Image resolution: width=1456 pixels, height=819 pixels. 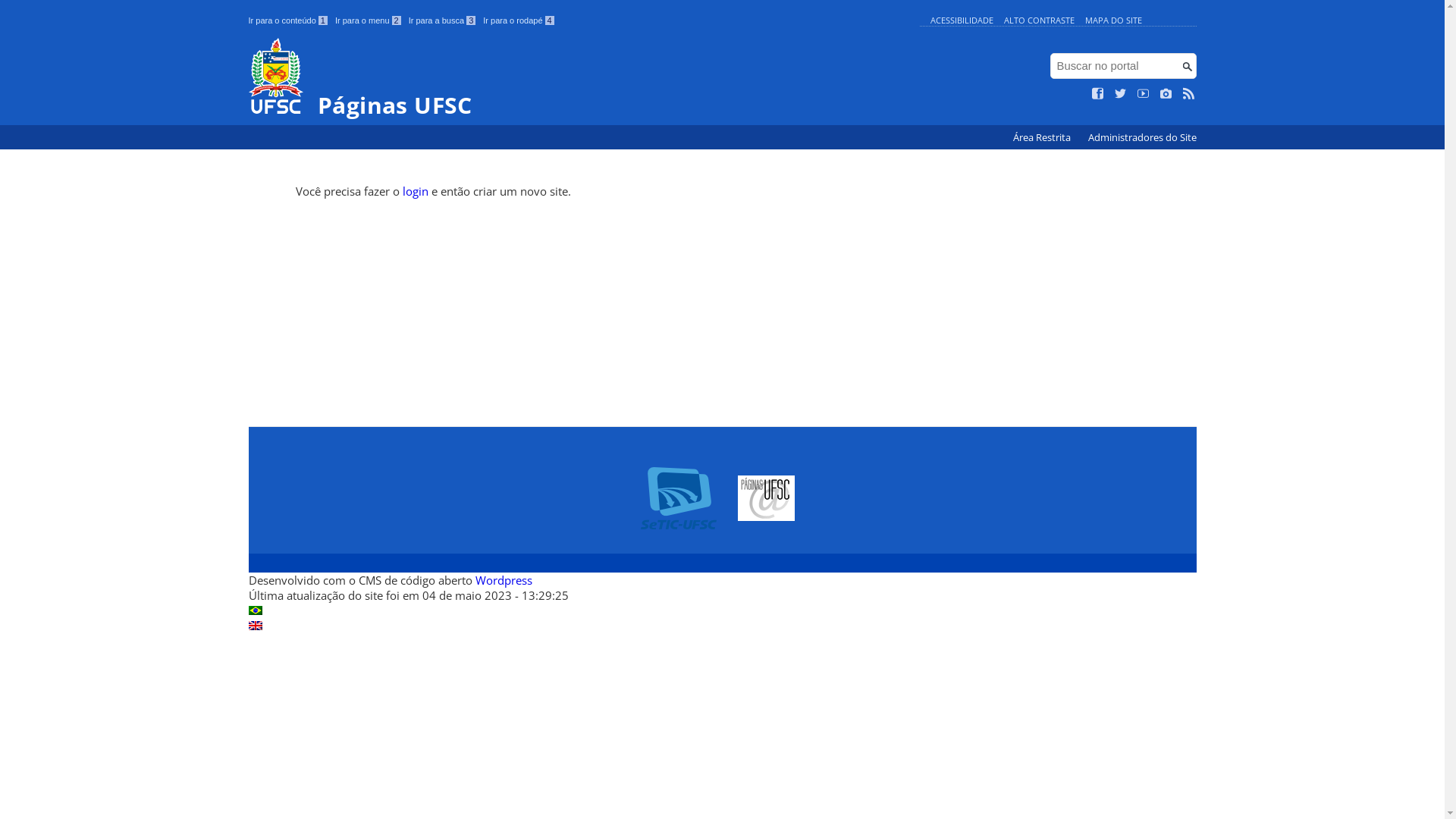 I want to click on 'Veja no Instagram', so click(x=1165, y=93).